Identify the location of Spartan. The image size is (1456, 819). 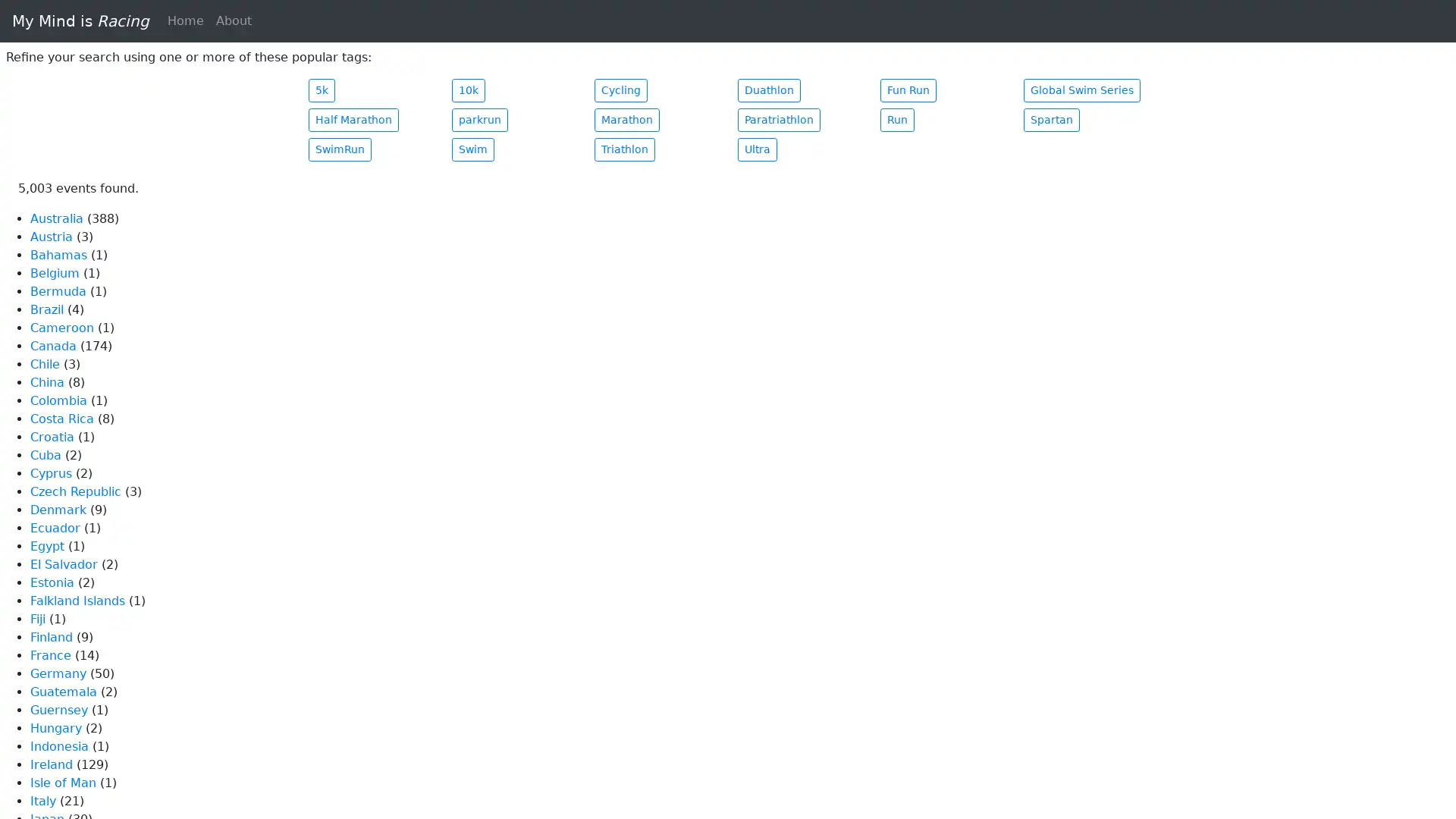
(1050, 119).